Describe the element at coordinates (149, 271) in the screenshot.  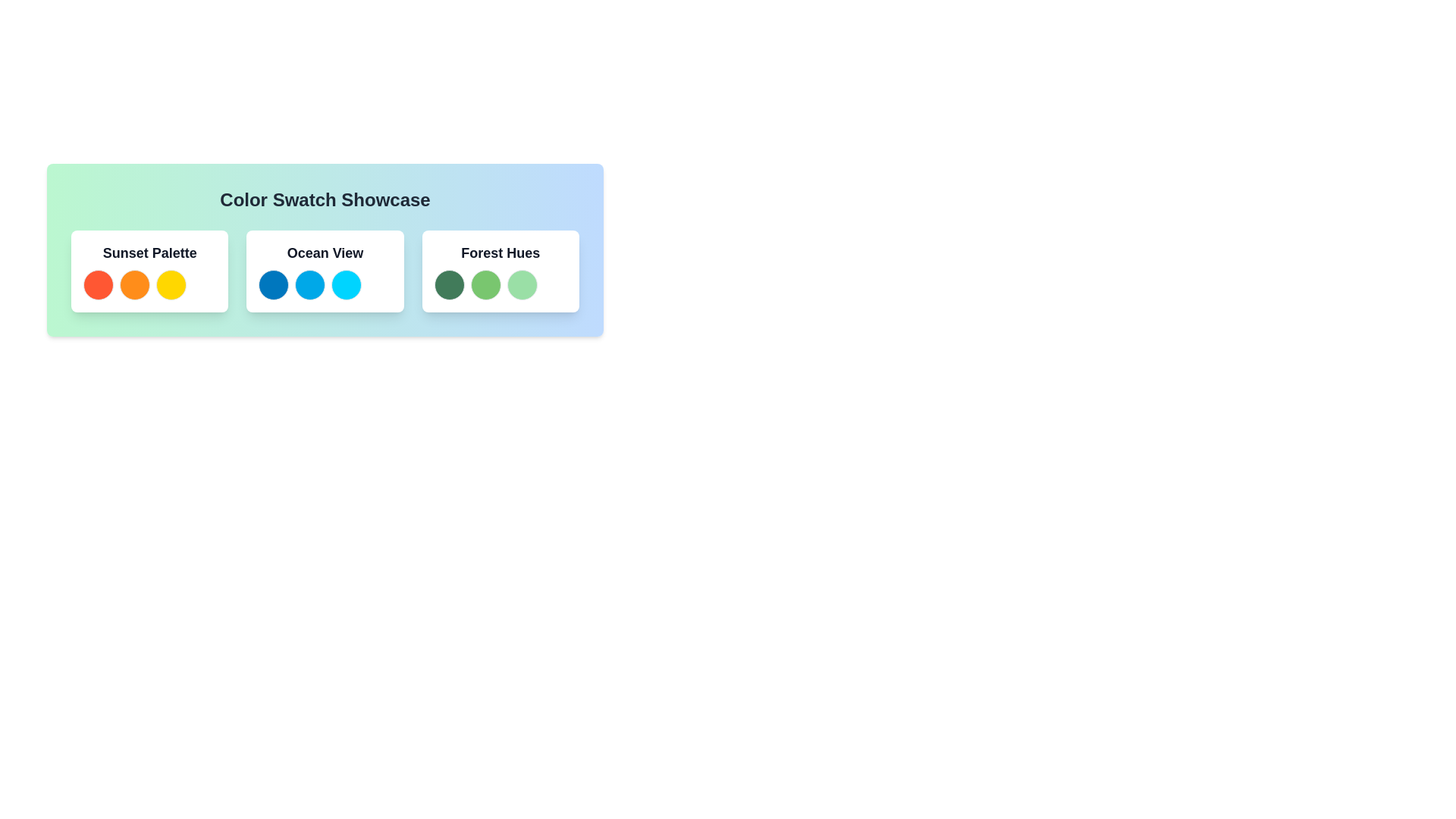
I see `the 'Sunset Palette' color palette card, which is the first card in a row of three, located in a grid layout` at that location.